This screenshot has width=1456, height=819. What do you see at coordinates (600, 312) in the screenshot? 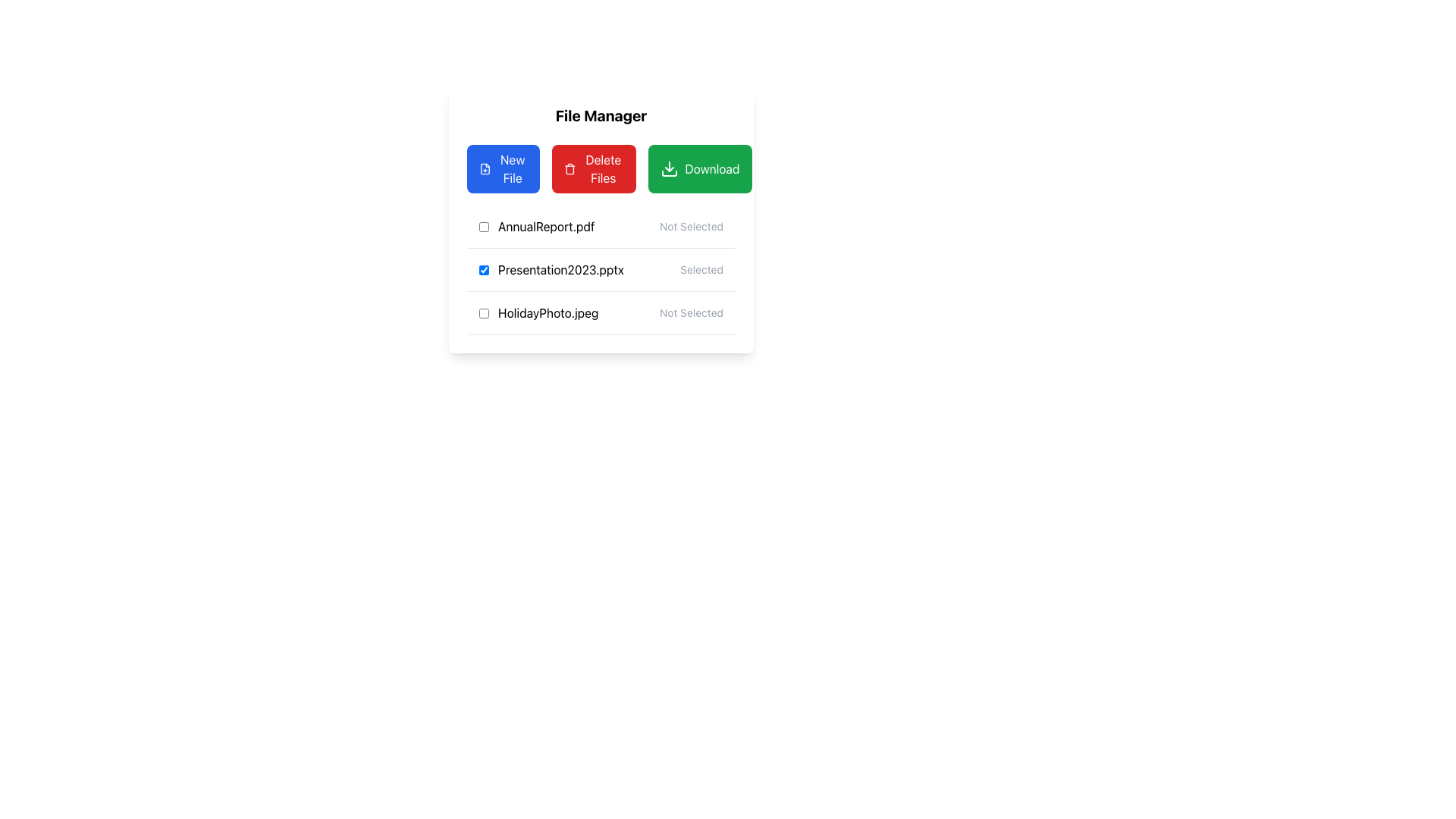
I see `the checkbox of the list item labeled 'HolidayPhoto.jpeg'` at bounding box center [600, 312].